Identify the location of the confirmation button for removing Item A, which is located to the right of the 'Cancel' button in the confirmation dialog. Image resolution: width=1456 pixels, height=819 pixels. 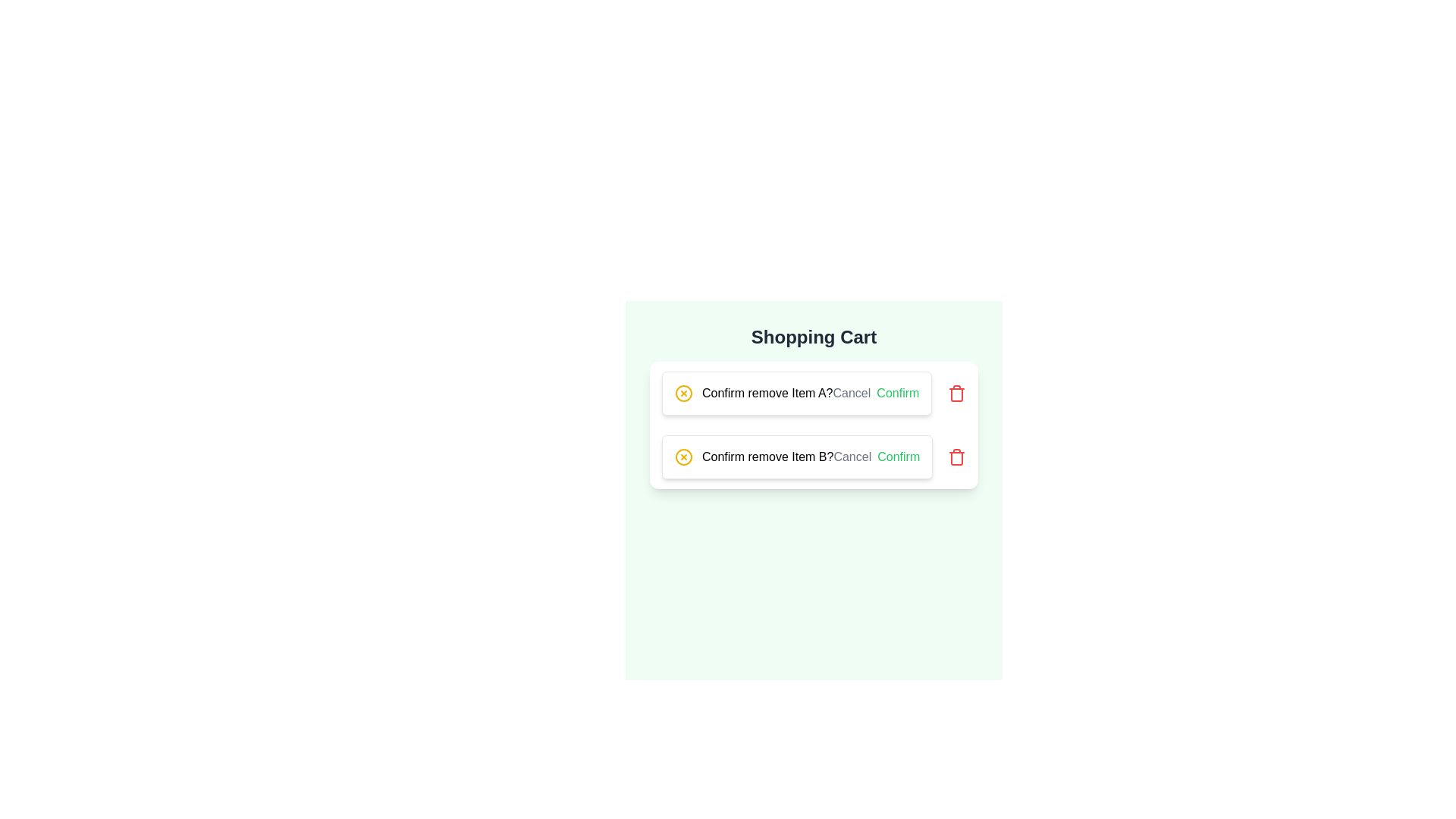
(898, 393).